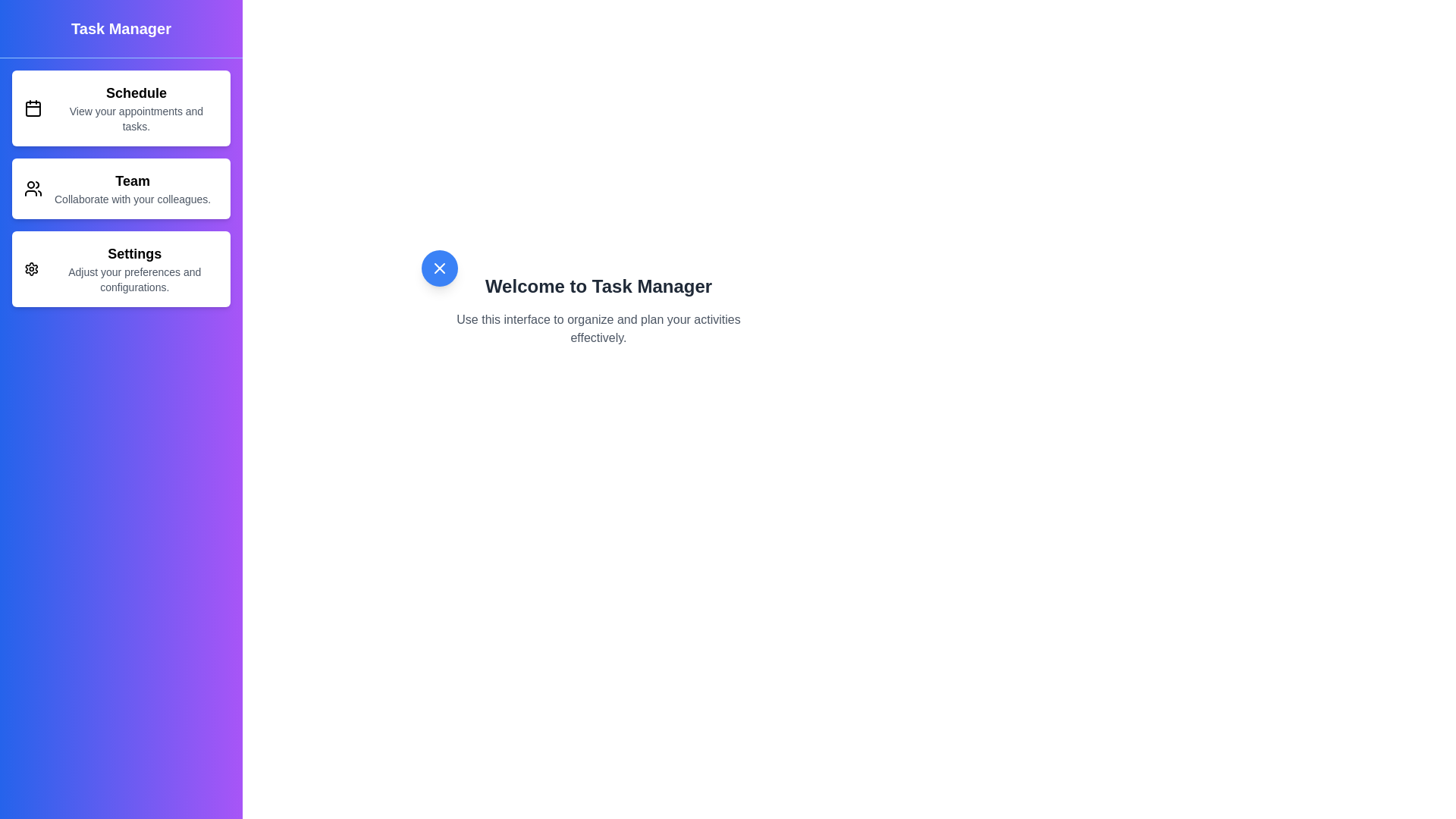 This screenshot has height=819, width=1456. Describe the element at coordinates (120, 107) in the screenshot. I see `the menu item Schedule` at that location.